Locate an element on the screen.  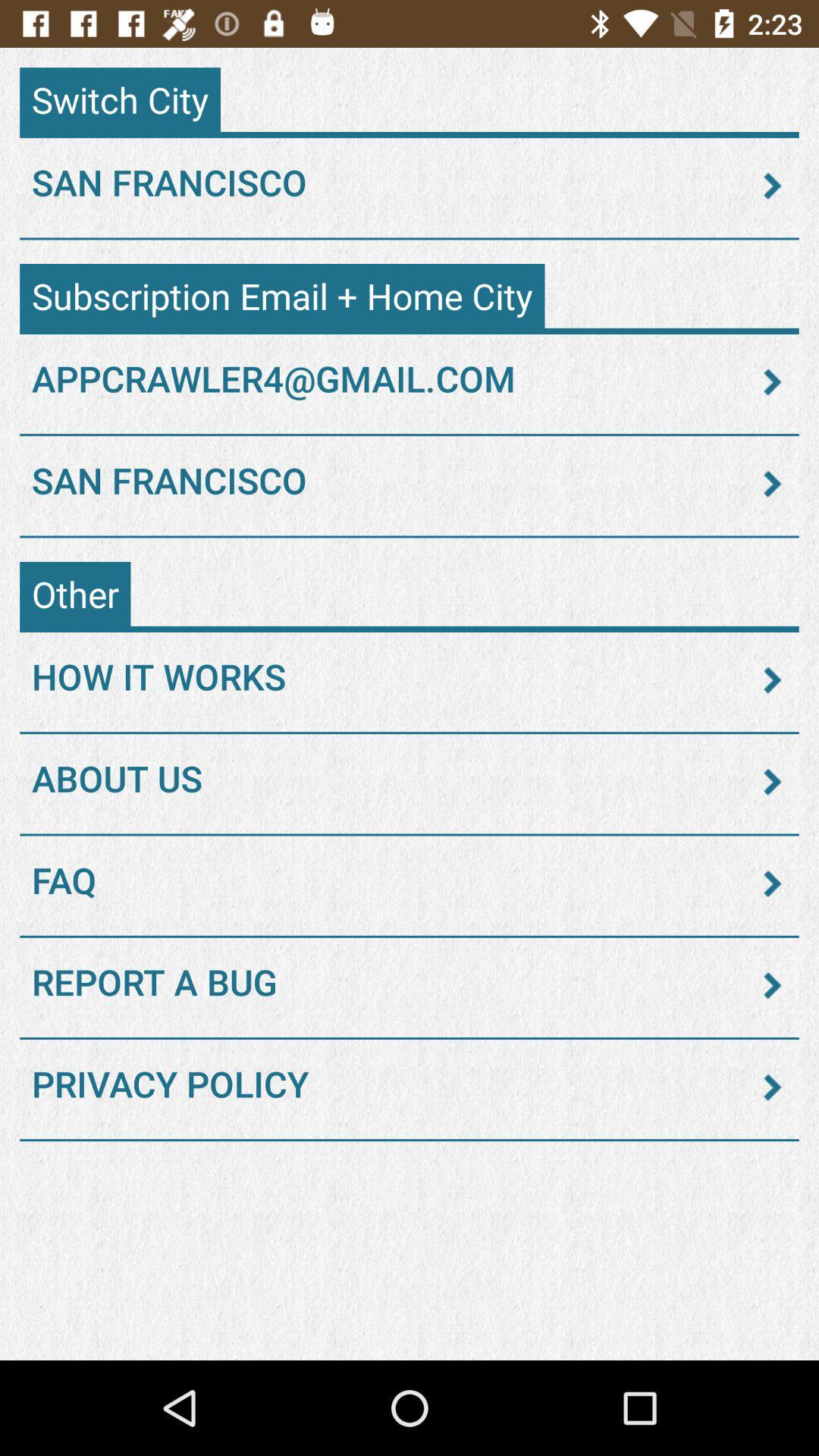
the about us is located at coordinates (409, 782).